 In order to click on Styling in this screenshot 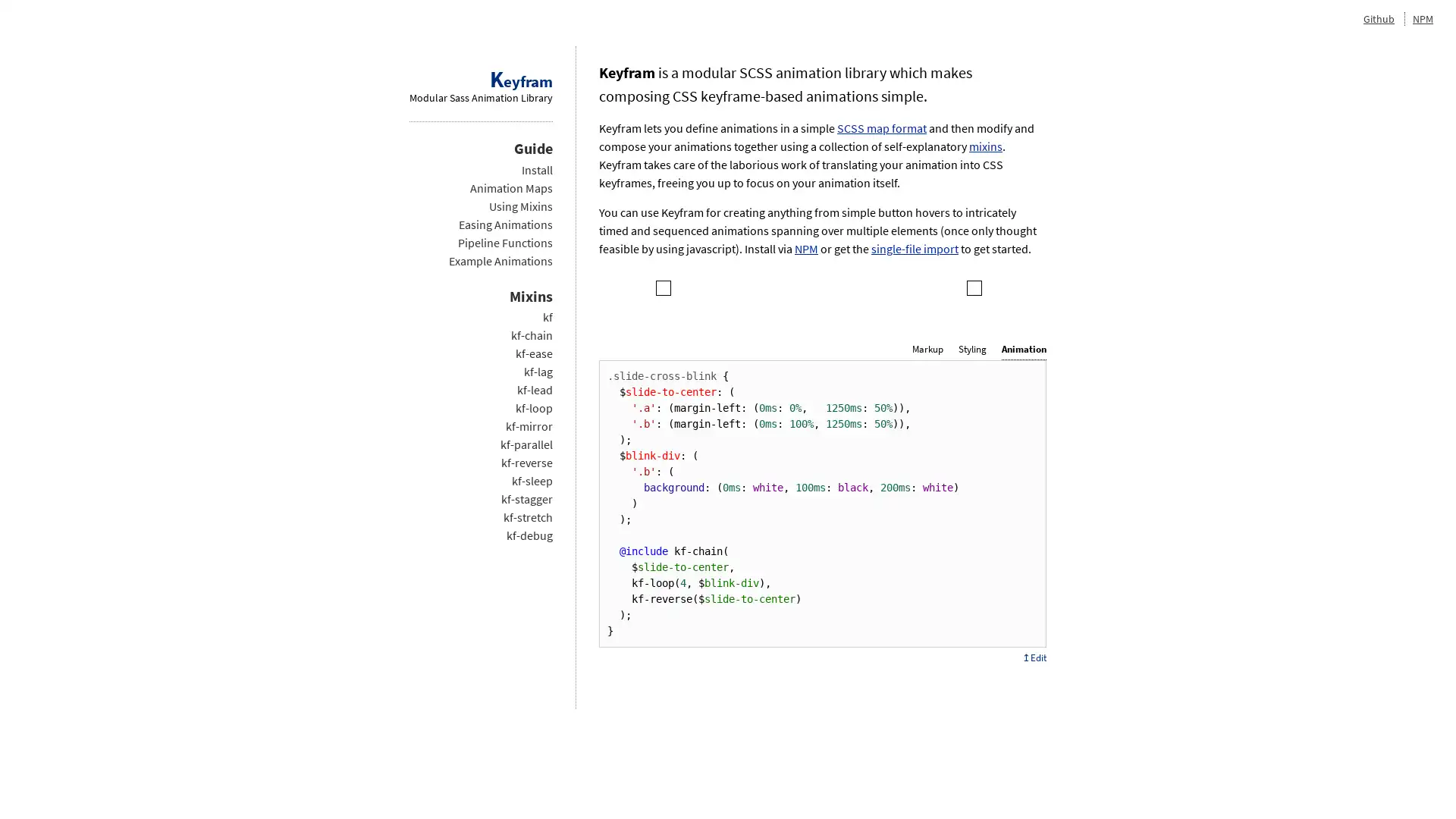, I will do `click(972, 349)`.